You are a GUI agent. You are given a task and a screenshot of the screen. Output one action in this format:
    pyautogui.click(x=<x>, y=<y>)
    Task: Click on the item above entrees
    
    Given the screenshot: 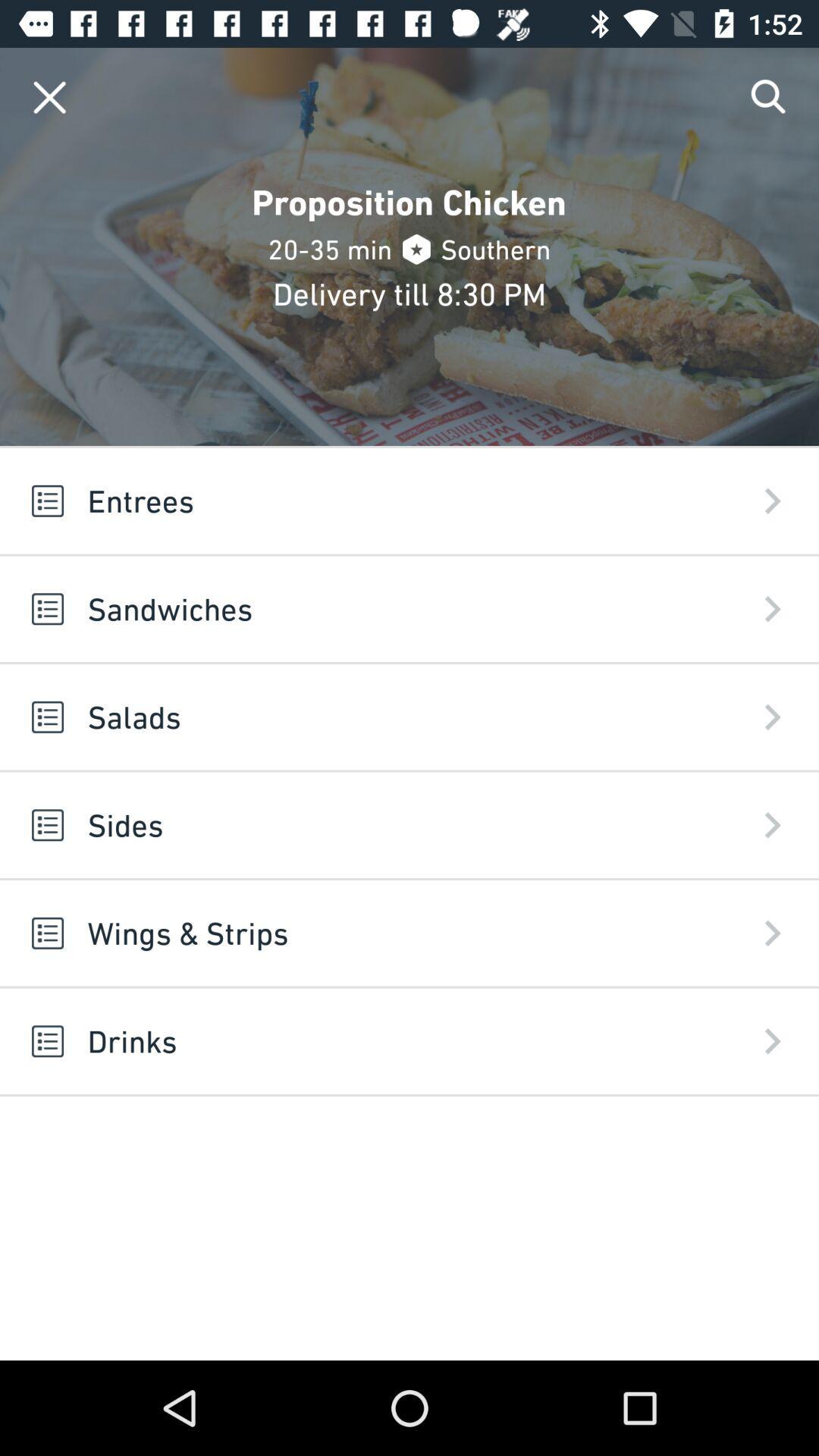 What is the action you would take?
    pyautogui.click(x=769, y=96)
    